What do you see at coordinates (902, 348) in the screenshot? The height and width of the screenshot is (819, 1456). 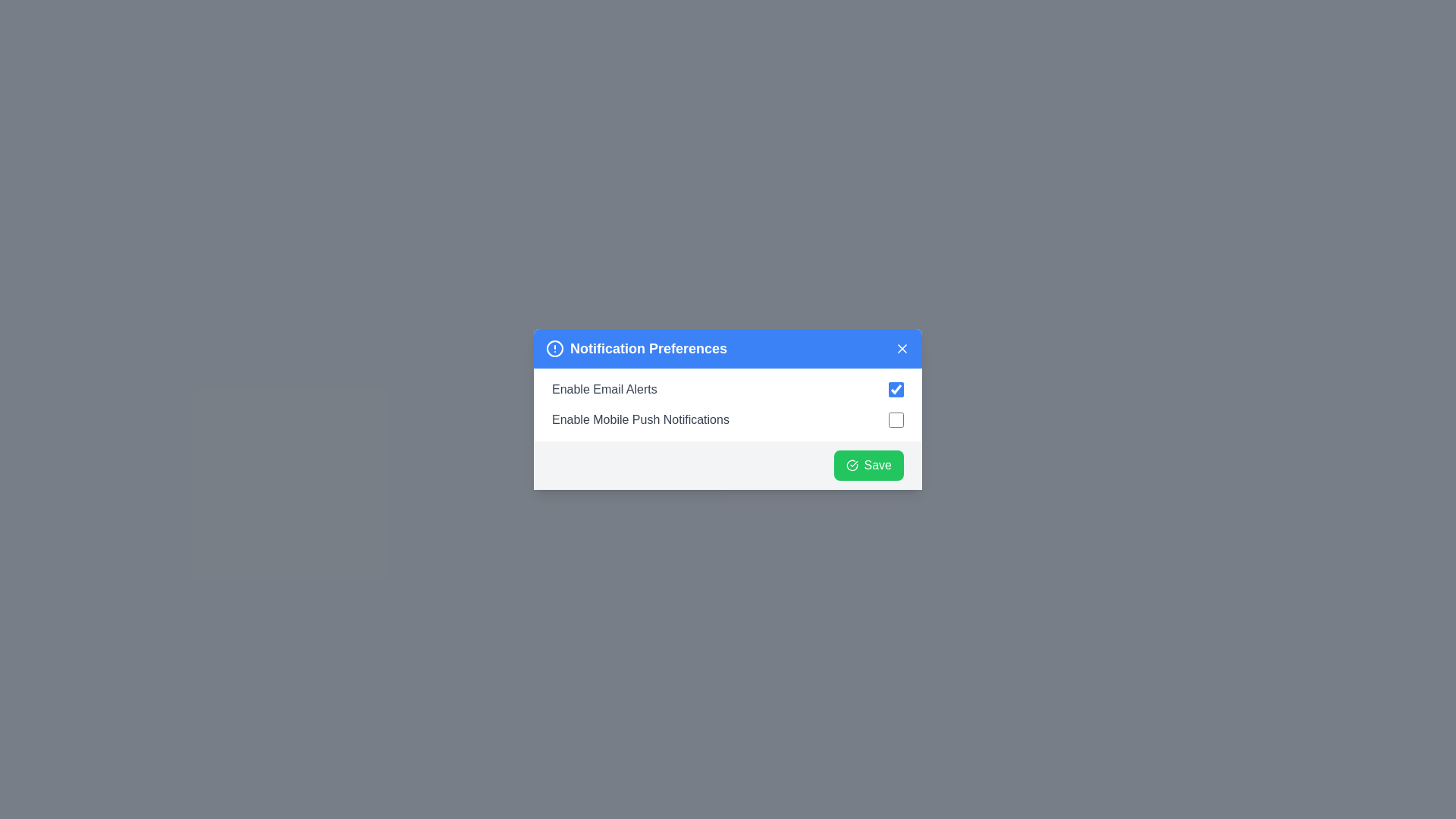 I see `the Close icon button, which is a small 'X' icon on a blue background located at the top-right corner of the 'Notification Preferences' dialog` at bounding box center [902, 348].